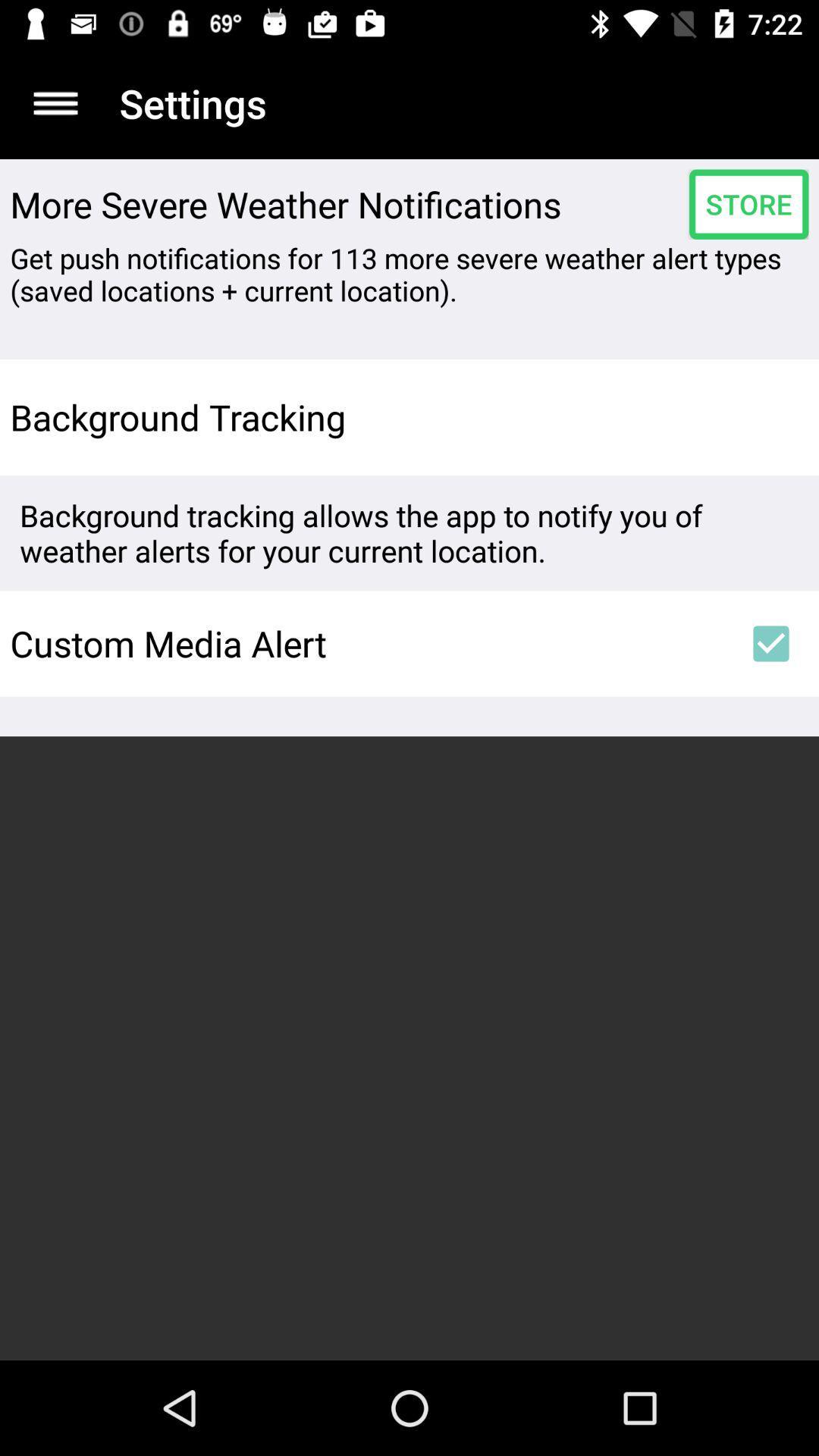 The height and width of the screenshot is (1456, 819). I want to click on icon next to custom media alert, so click(771, 644).